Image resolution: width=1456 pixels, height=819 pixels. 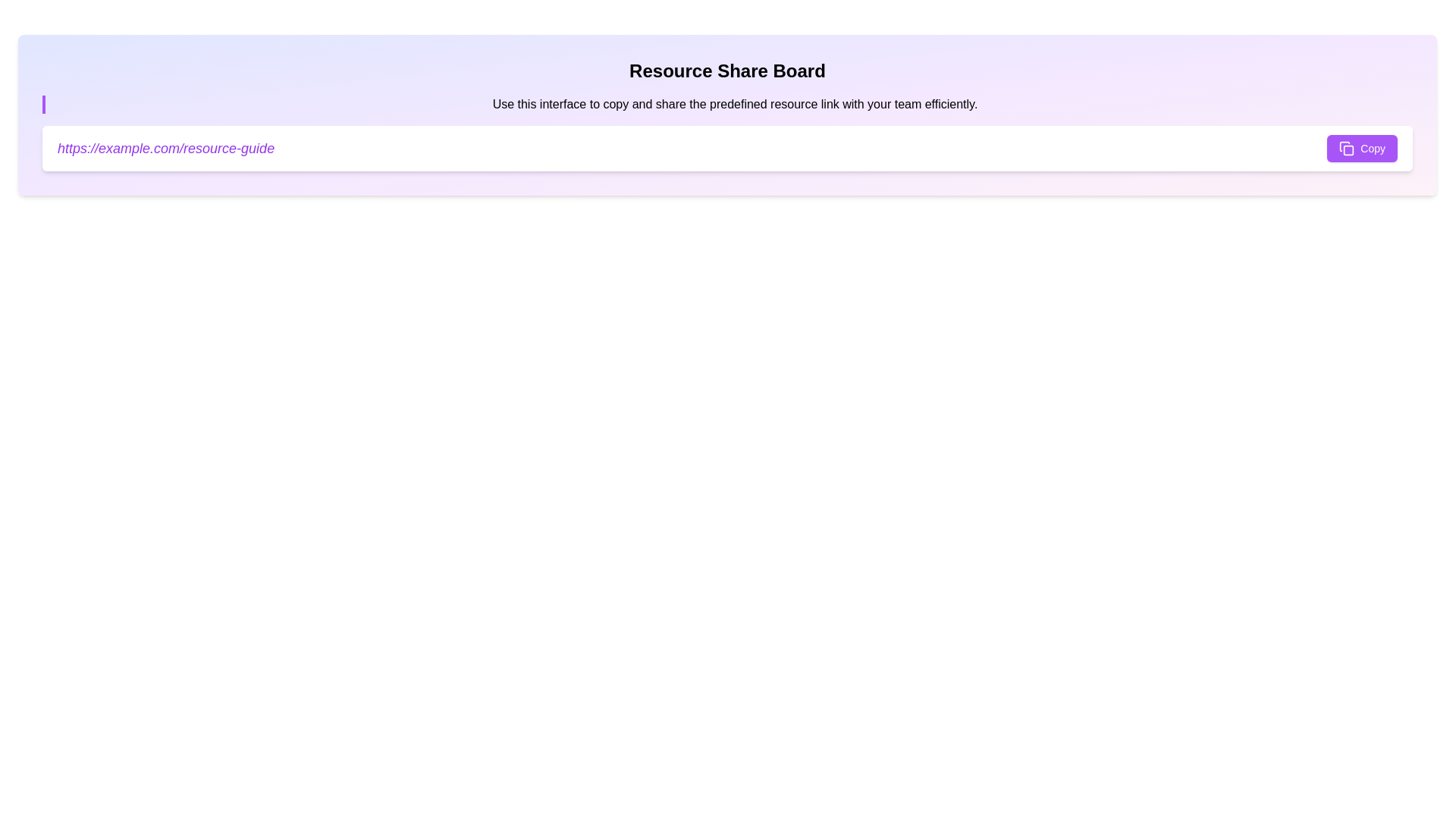 What do you see at coordinates (726, 104) in the screenshot?
I see `the Informational Text Block that contains the text 'Use this interface to copy and share the predefined resource link with your team efficiently.' which is located below the title 'Resource Share Board.'` at bounding box center [726, 104].